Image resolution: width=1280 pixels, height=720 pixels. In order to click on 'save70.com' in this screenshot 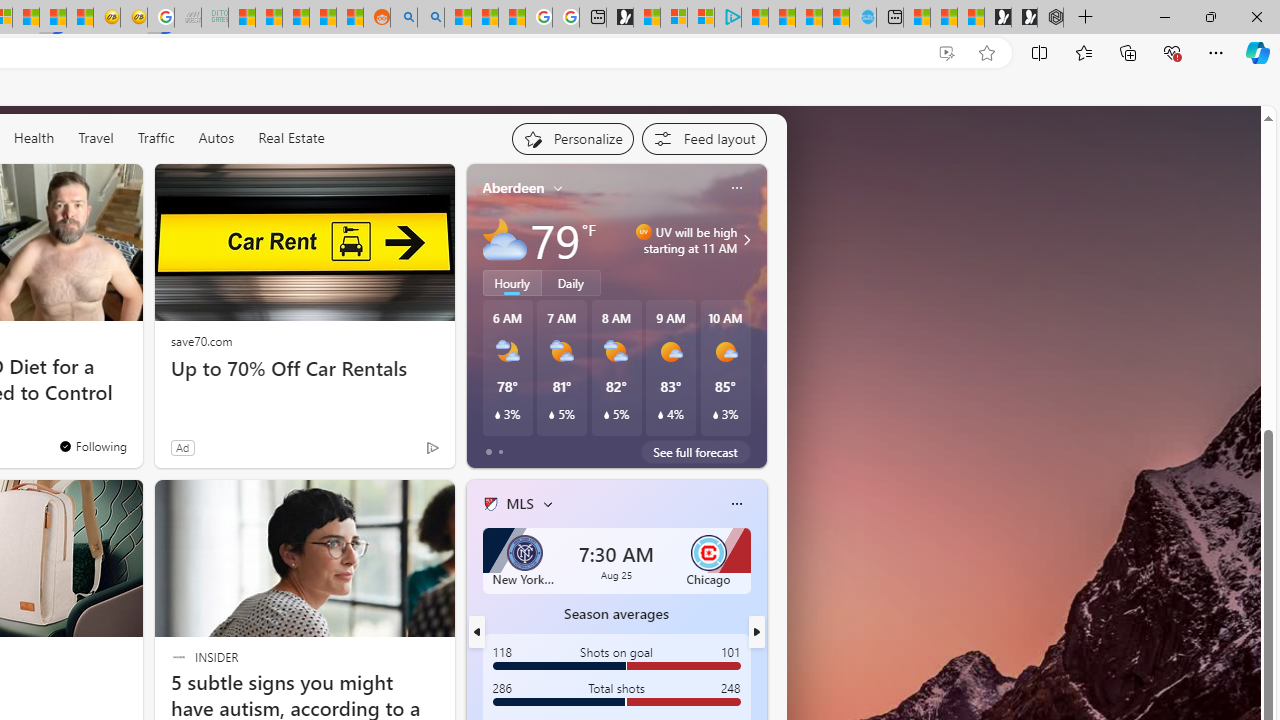, I will do `click(201, 339)`.